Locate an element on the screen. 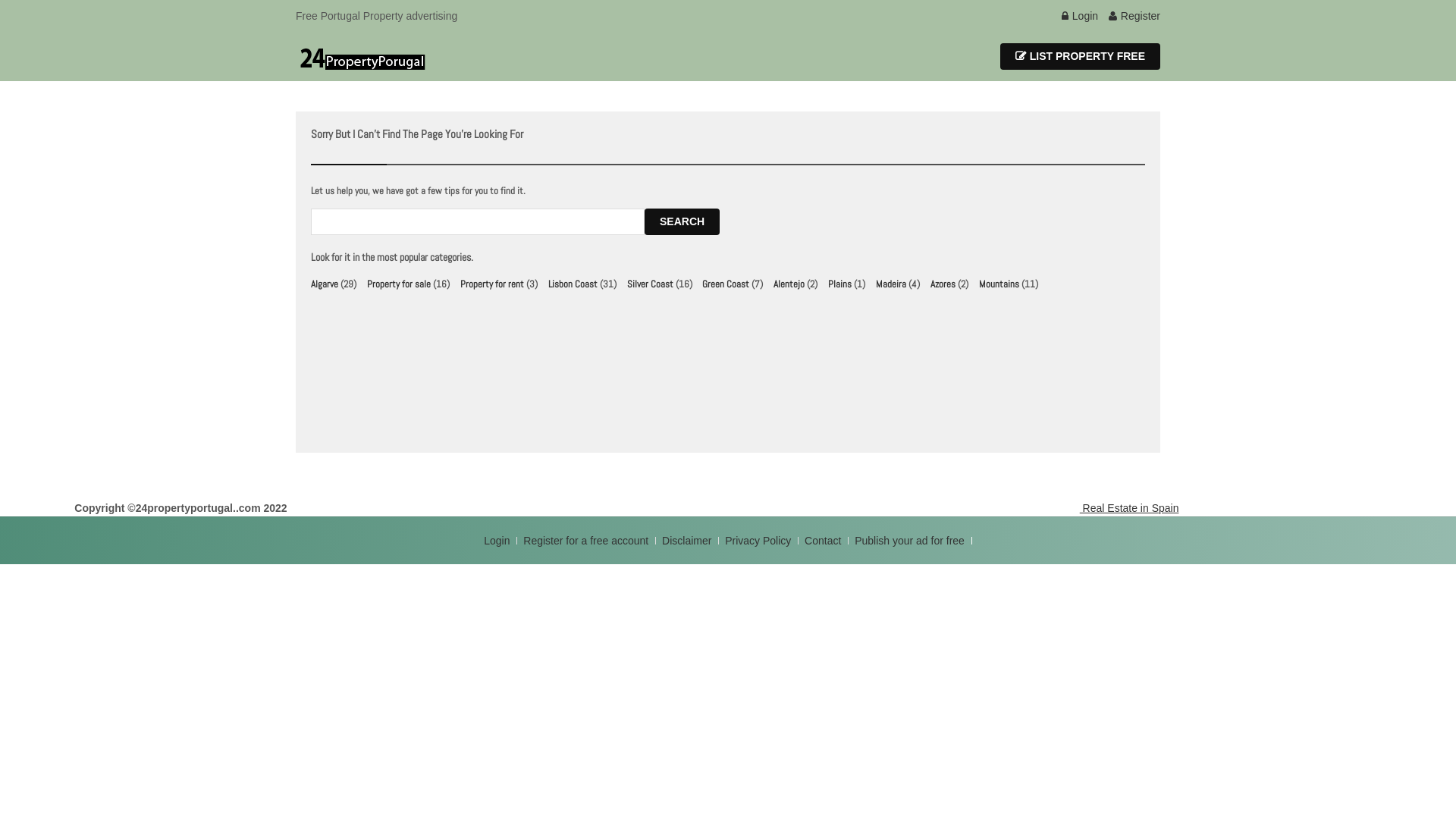  'Privacy Policy' is located at coordinates (759, 540).